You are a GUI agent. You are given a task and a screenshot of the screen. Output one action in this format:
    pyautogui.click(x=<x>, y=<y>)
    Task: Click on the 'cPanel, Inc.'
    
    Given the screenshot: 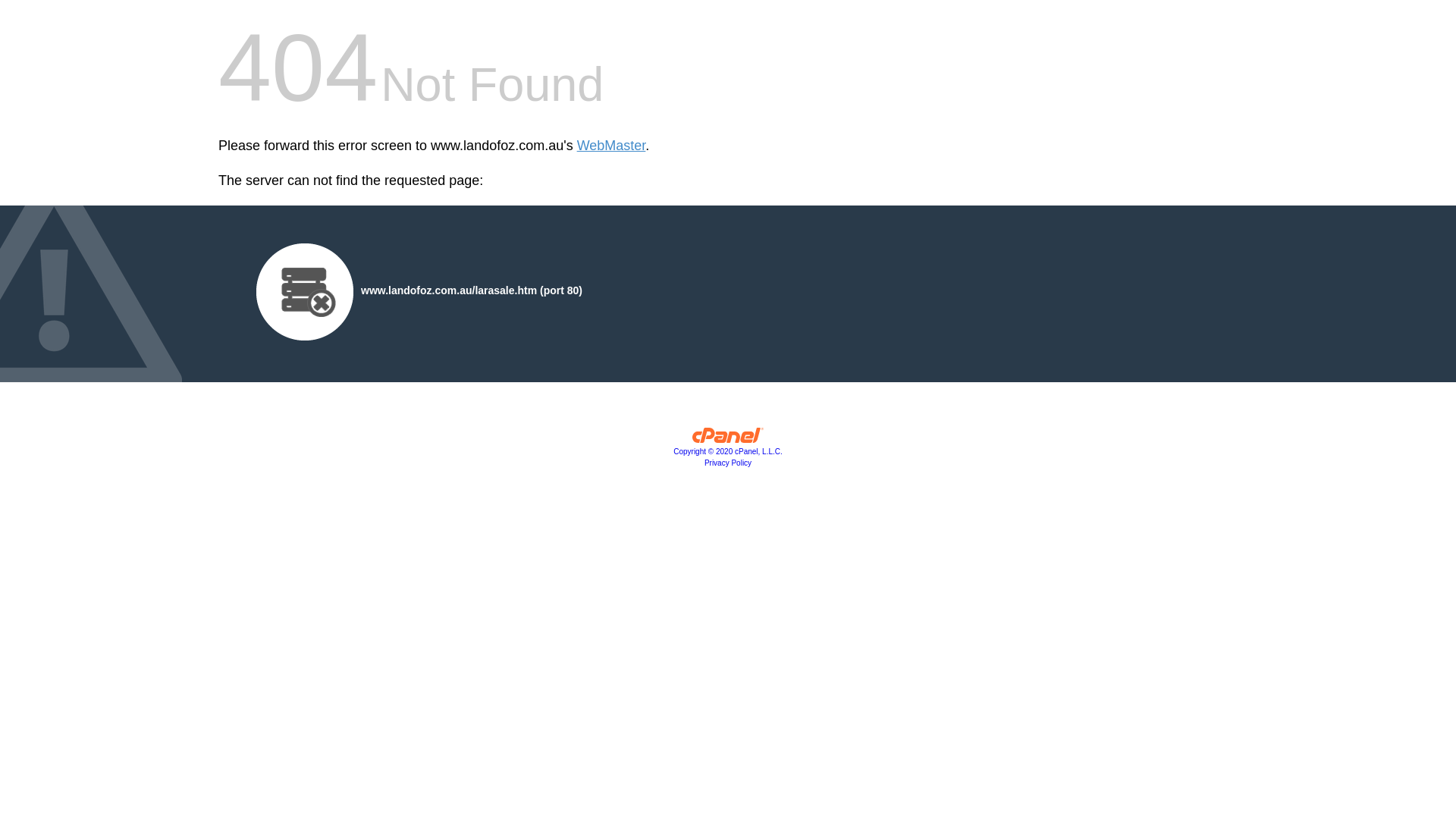 What is the action you would take?
    pyautogui.click(x=691, y=438)
    